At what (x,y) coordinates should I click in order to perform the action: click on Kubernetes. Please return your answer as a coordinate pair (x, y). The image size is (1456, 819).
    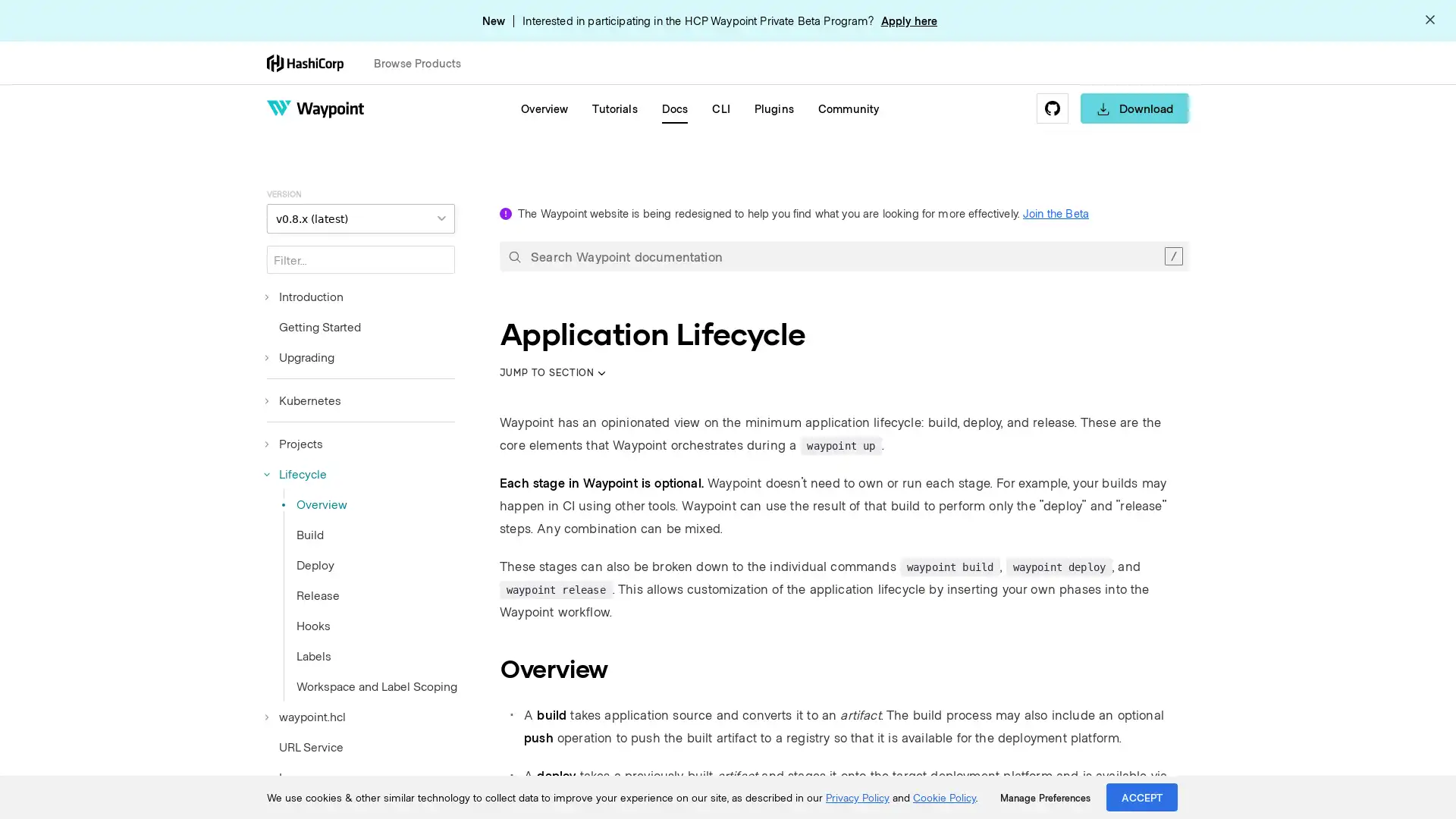
    Looking at the image, I should click on (303, 400).